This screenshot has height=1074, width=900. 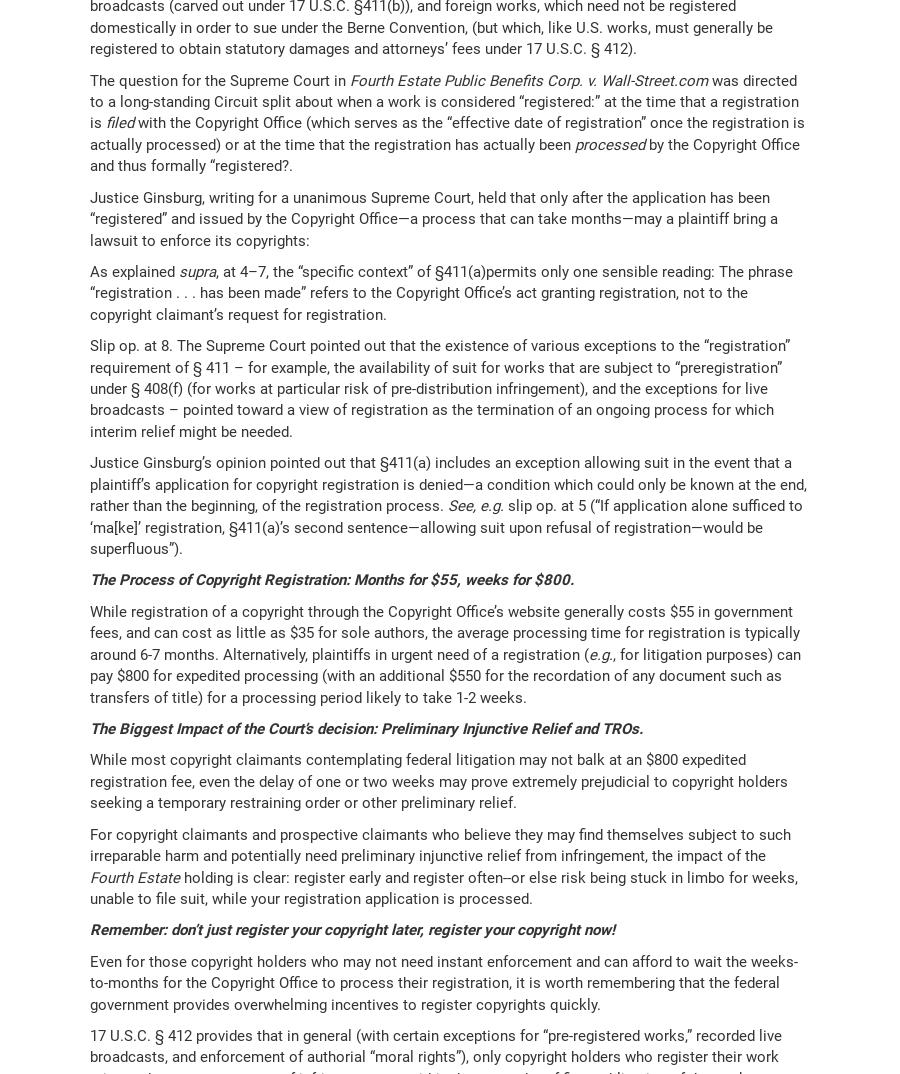 What do you see at coordinates (444, 153) in the screenshot?
I see `'by the Copyright Office and thus formally “registered?.'` at bounding box center [444, 153].